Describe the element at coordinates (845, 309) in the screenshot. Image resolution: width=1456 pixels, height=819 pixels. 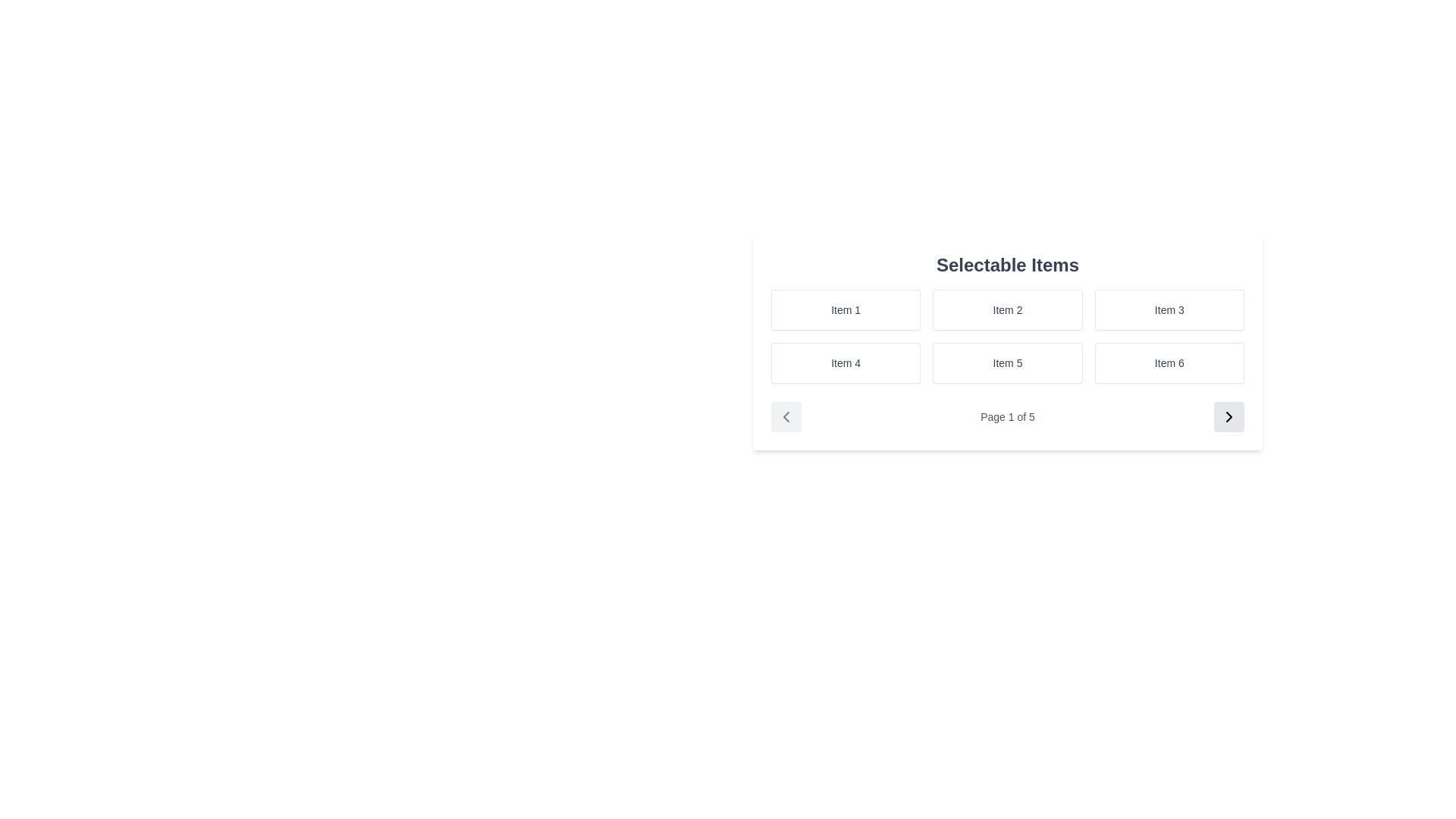
I see `text content from the label displaying 'Item 1', which is centrally positioned in the first row of the paginated selection grid under 'Selectable Items'` at that location.